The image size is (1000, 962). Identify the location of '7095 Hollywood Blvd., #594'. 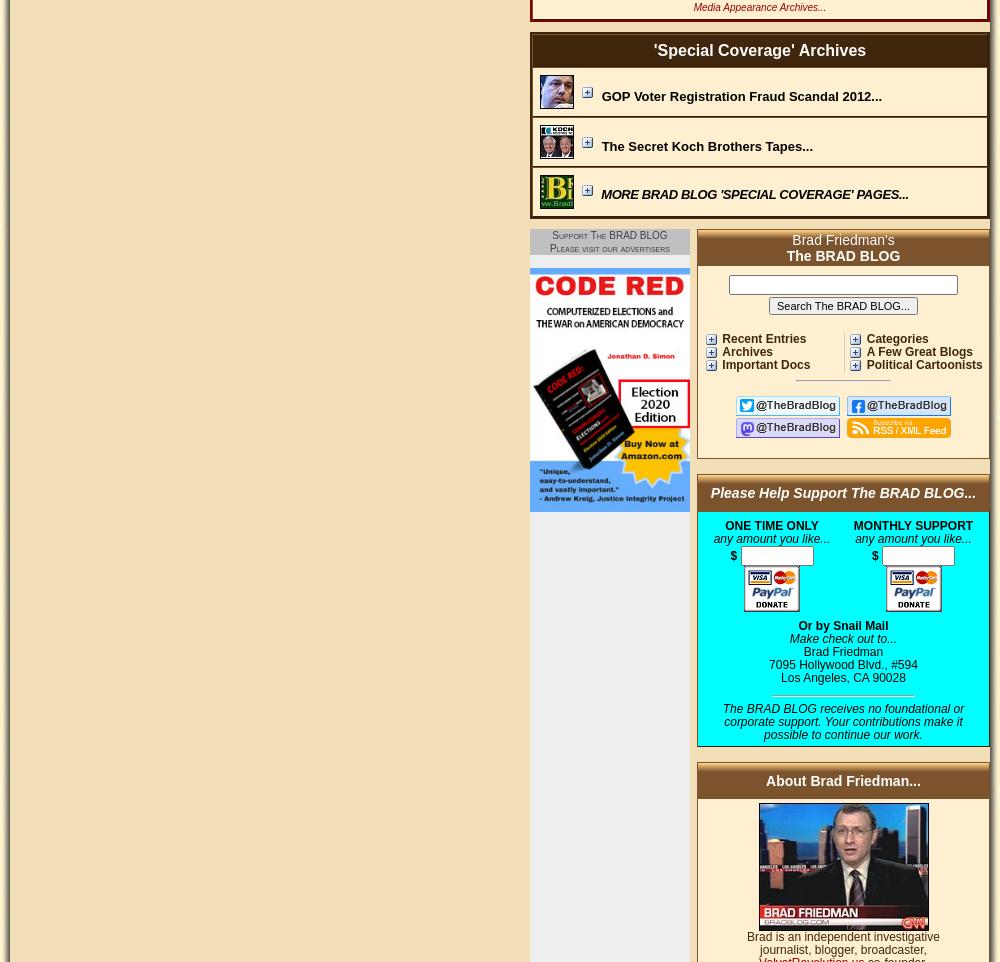
(769, 665).